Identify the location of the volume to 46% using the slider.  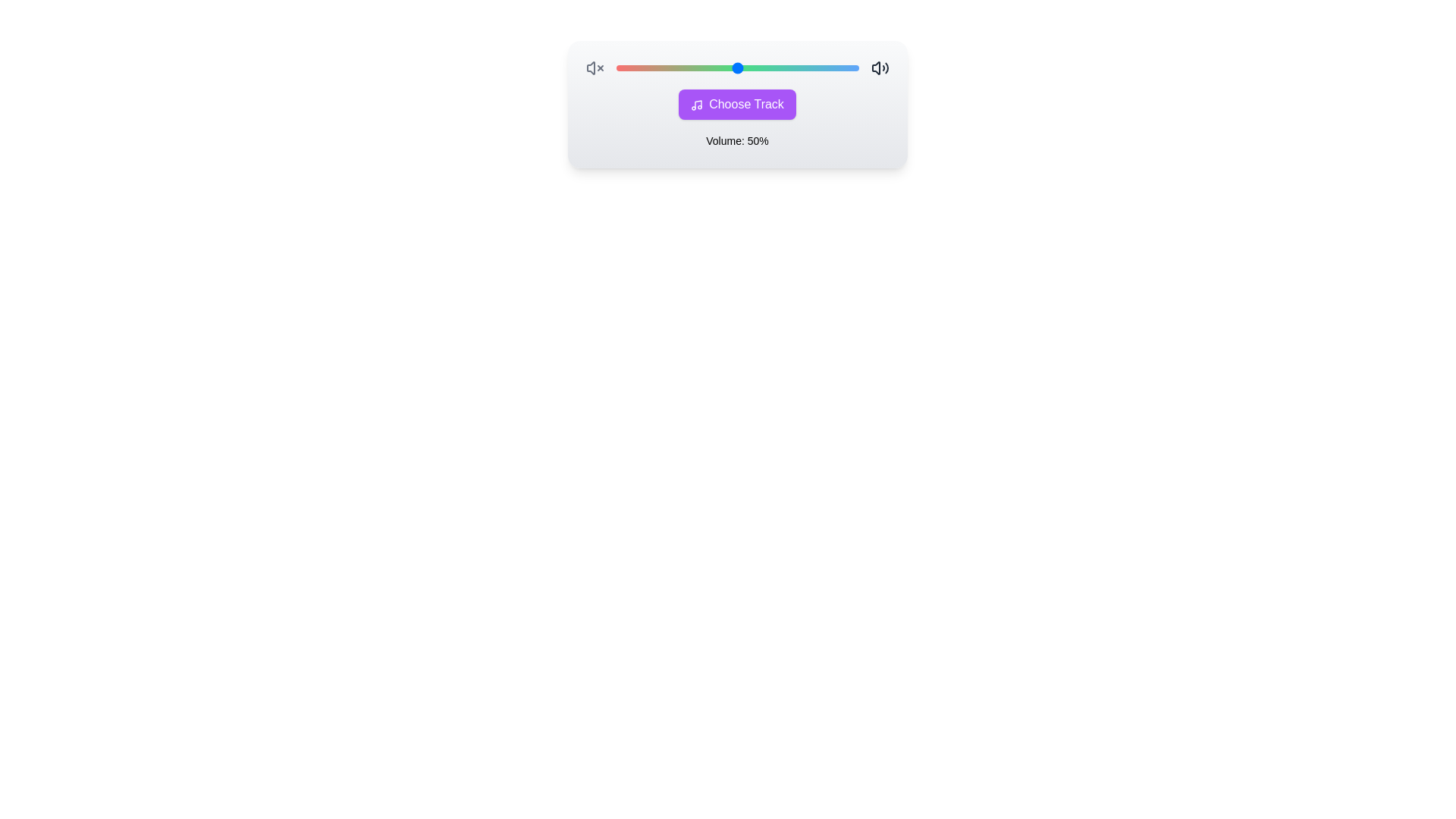
(726, 67).